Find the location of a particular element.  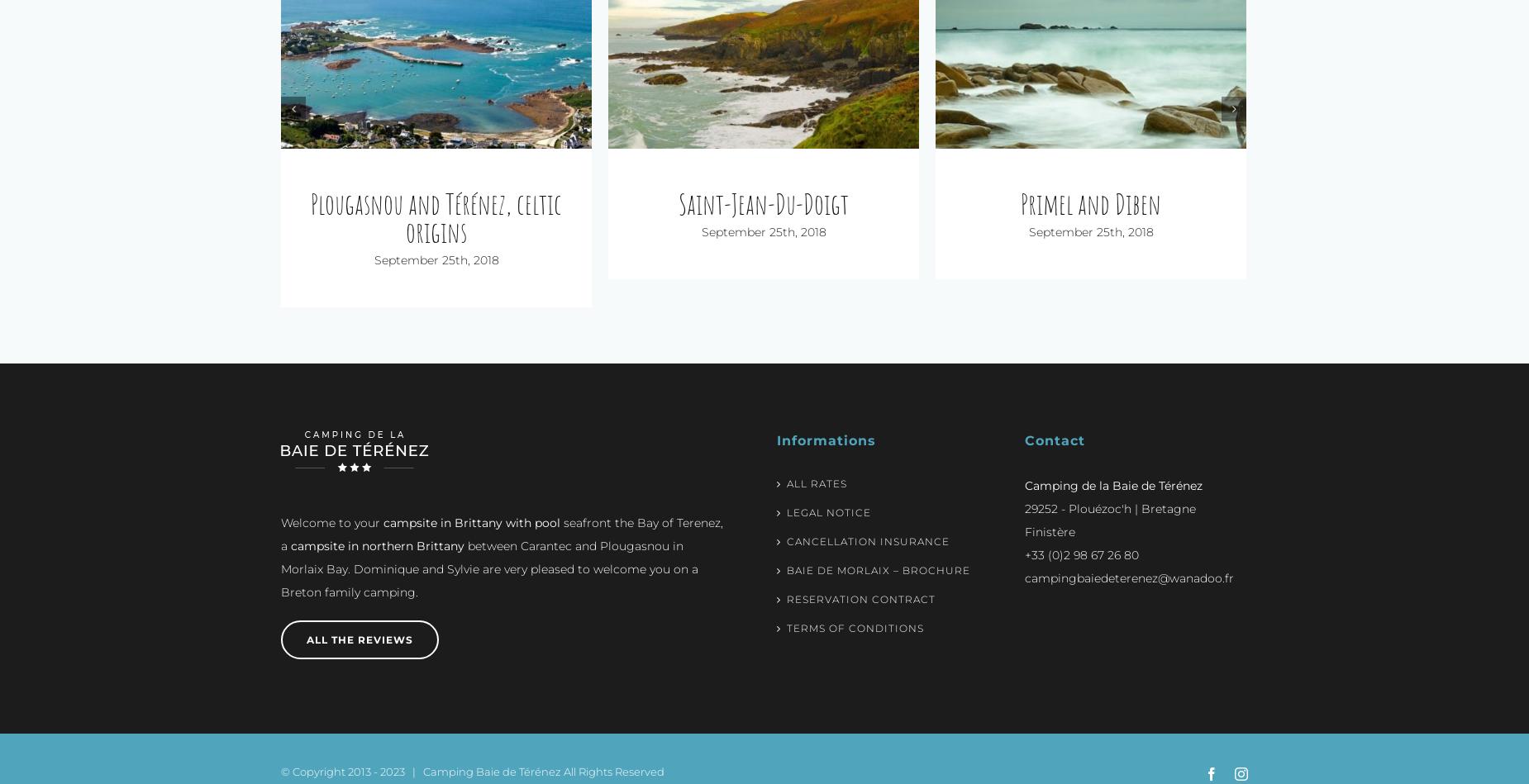

'campingbaiedeterenez@wanadoo.fr' is located at coordinates (1128, 550).